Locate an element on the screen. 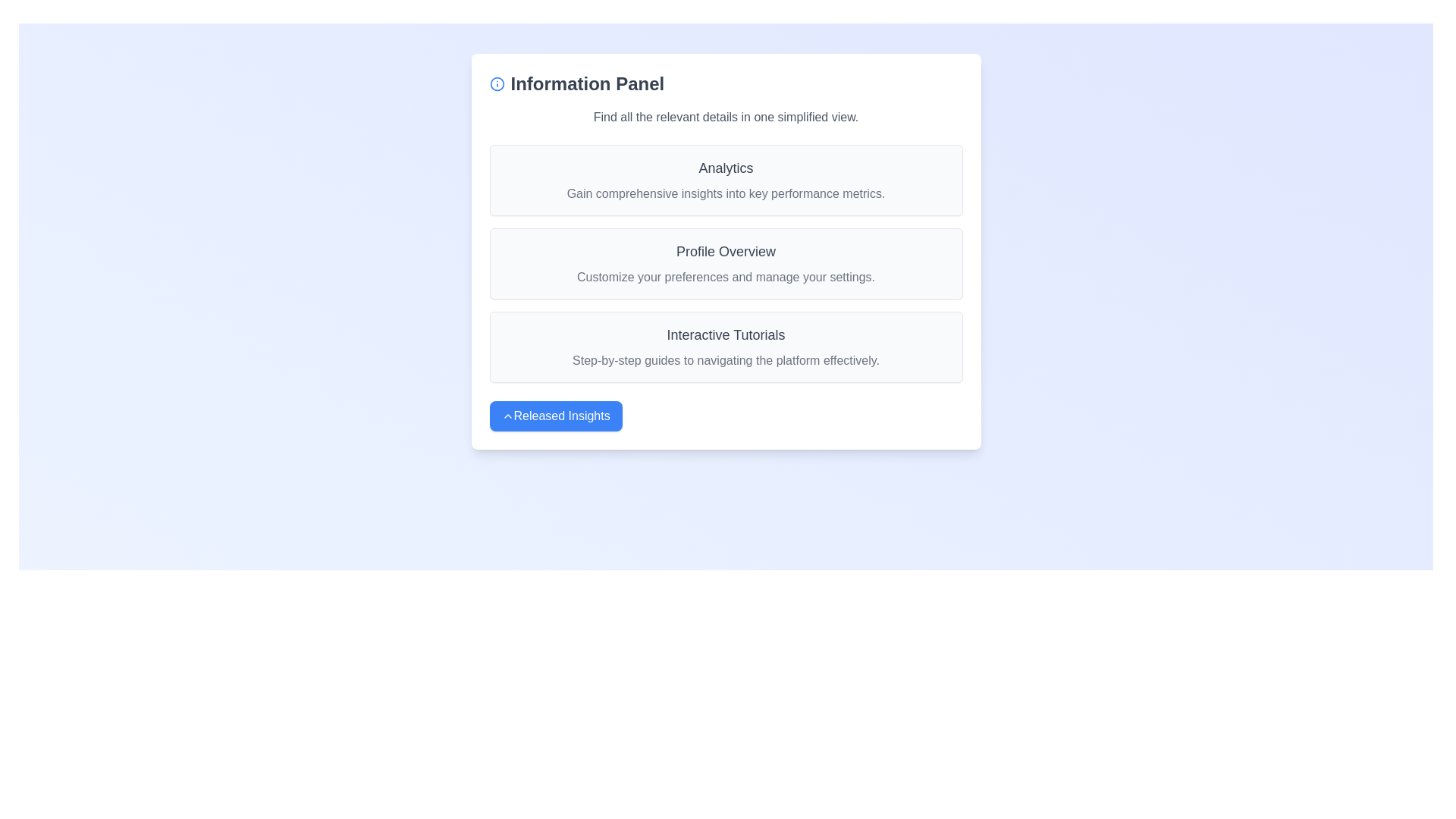 The width and height of the screenshot is (1456, 819). the SVG circle element with a white interior and blue outline located to the left of the 'Information Panel' text in the top section of the information panel is located at coordinates (497, 84).